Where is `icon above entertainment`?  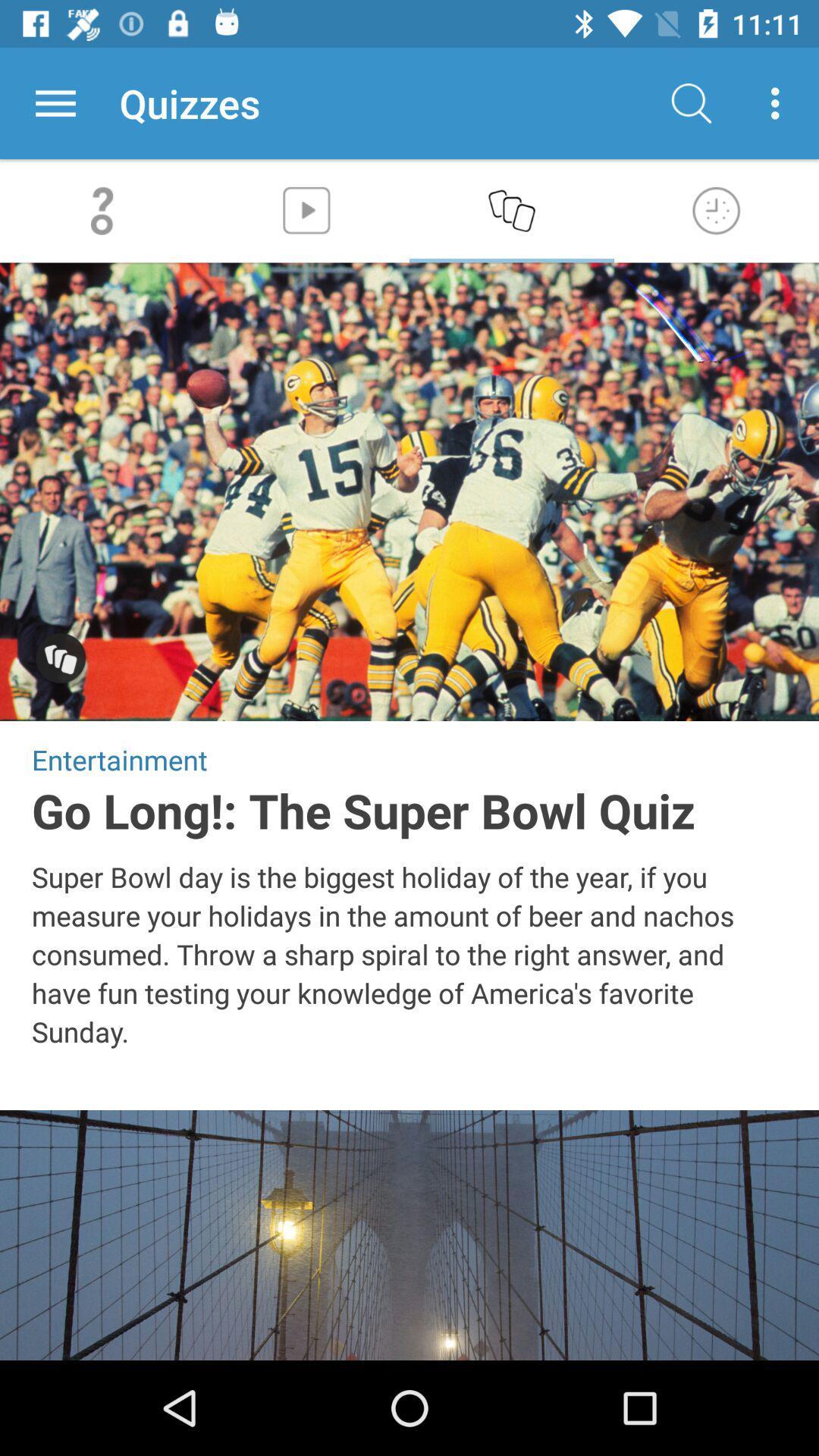 icon above entertainment is located at coordinates (60, 660).